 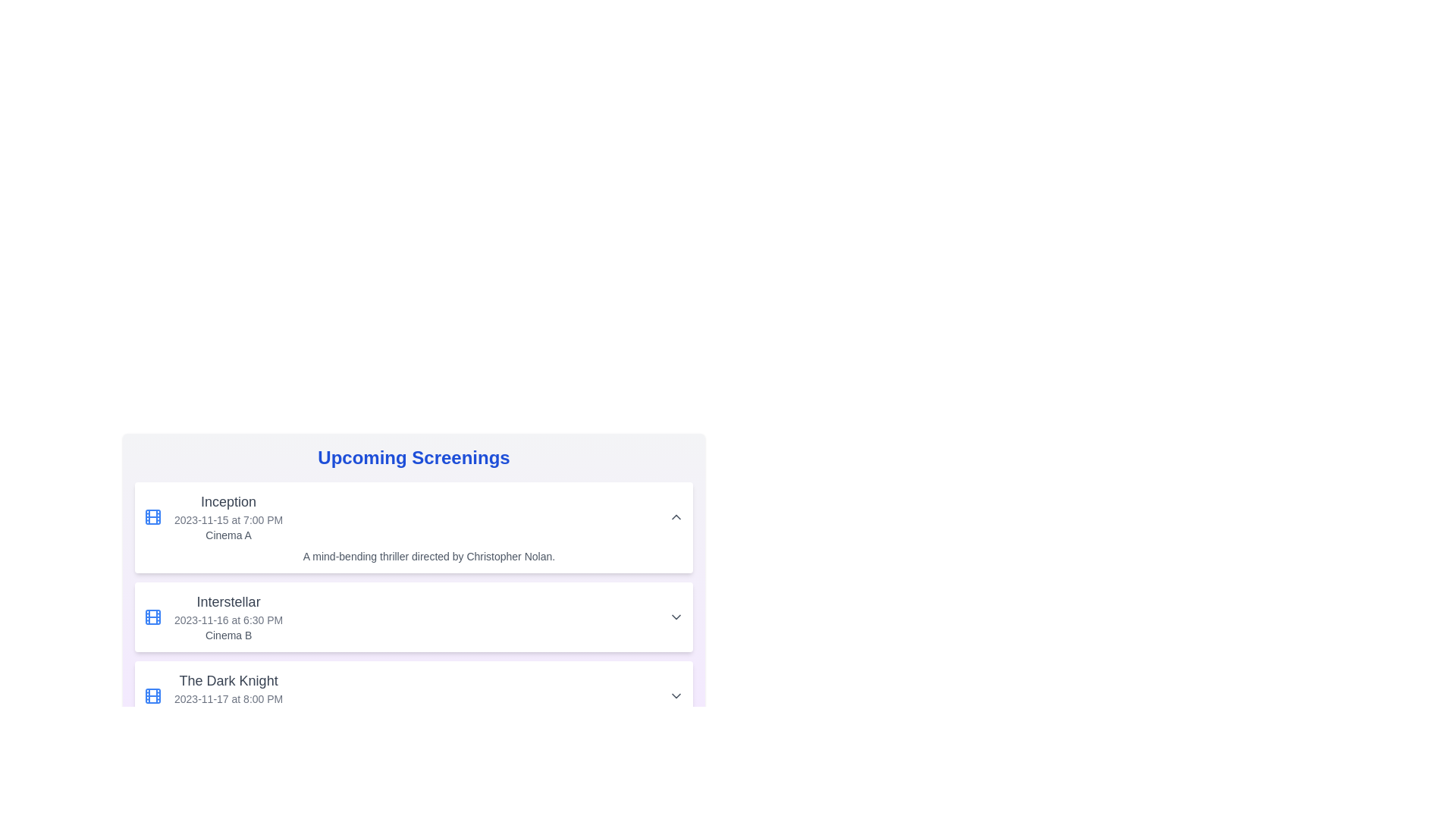 I want to click on the chevron-down icon located at the far right of the 'Interstellar' screening entry, so click(x=676, y=617).